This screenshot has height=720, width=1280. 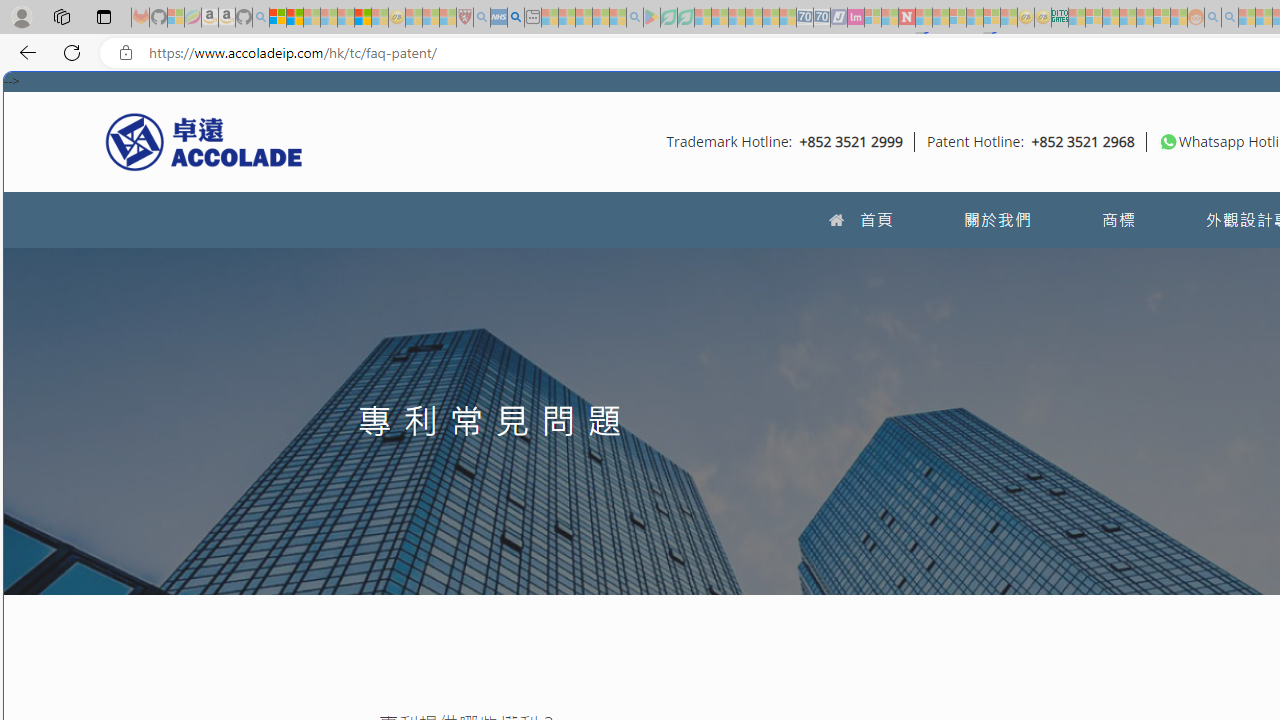 What do you see at coordinates (176, 17) in the screenshot?
I see `'Microsoft-Report a Concern to Bing - Sleeping'` at bounding box center [176, 17].